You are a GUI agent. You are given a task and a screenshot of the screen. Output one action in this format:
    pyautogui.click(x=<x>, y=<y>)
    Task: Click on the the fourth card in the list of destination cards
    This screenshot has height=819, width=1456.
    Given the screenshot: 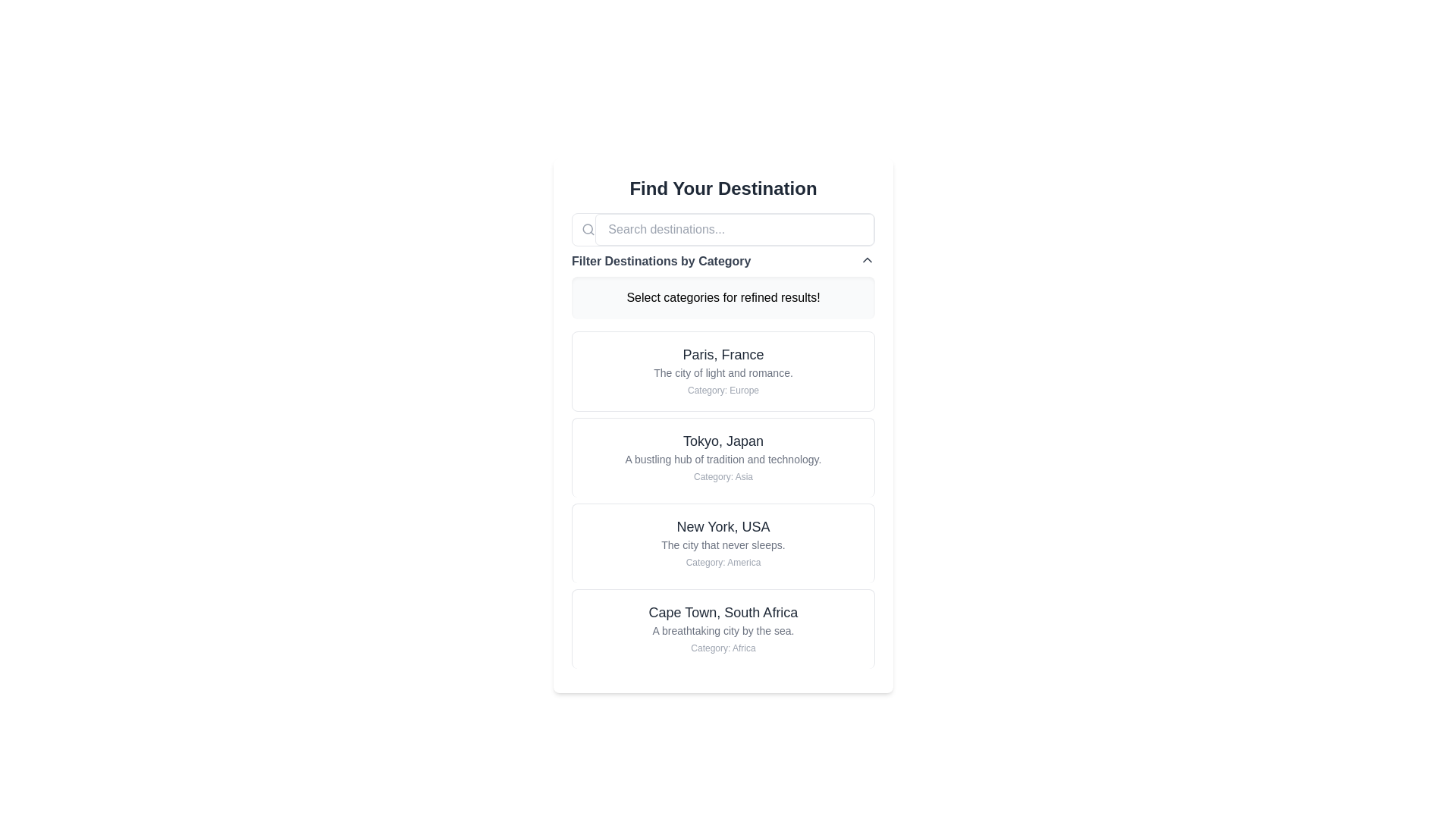 What is the action you would take?
    pyautogui.click(x=723, y=629)
    